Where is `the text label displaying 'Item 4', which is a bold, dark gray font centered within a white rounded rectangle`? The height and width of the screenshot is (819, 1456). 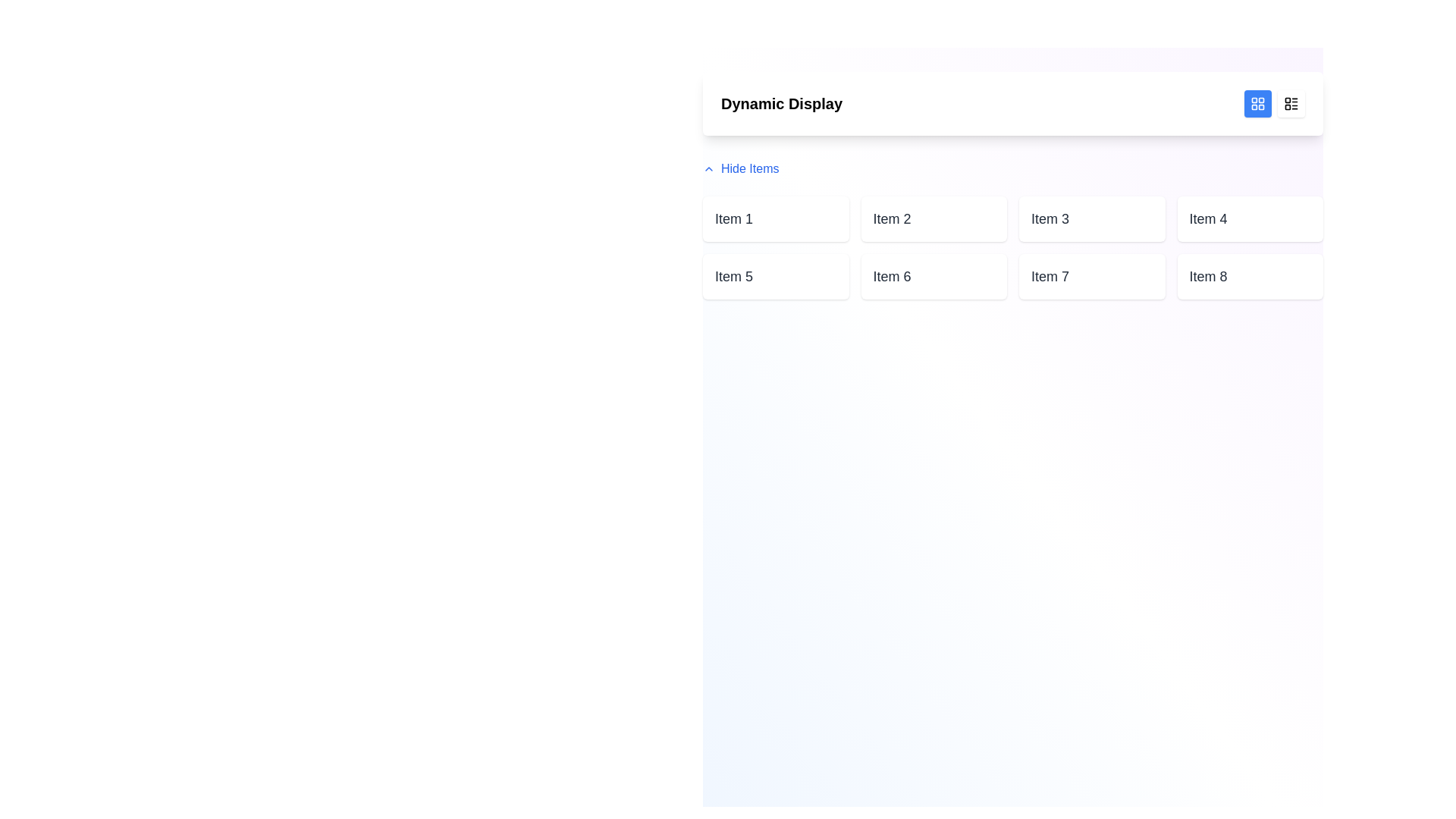 the text label displaying 'Item 4', which is a bold, dark gray font centered within a white rounded rectangle is located at coordinates (1207, 219).